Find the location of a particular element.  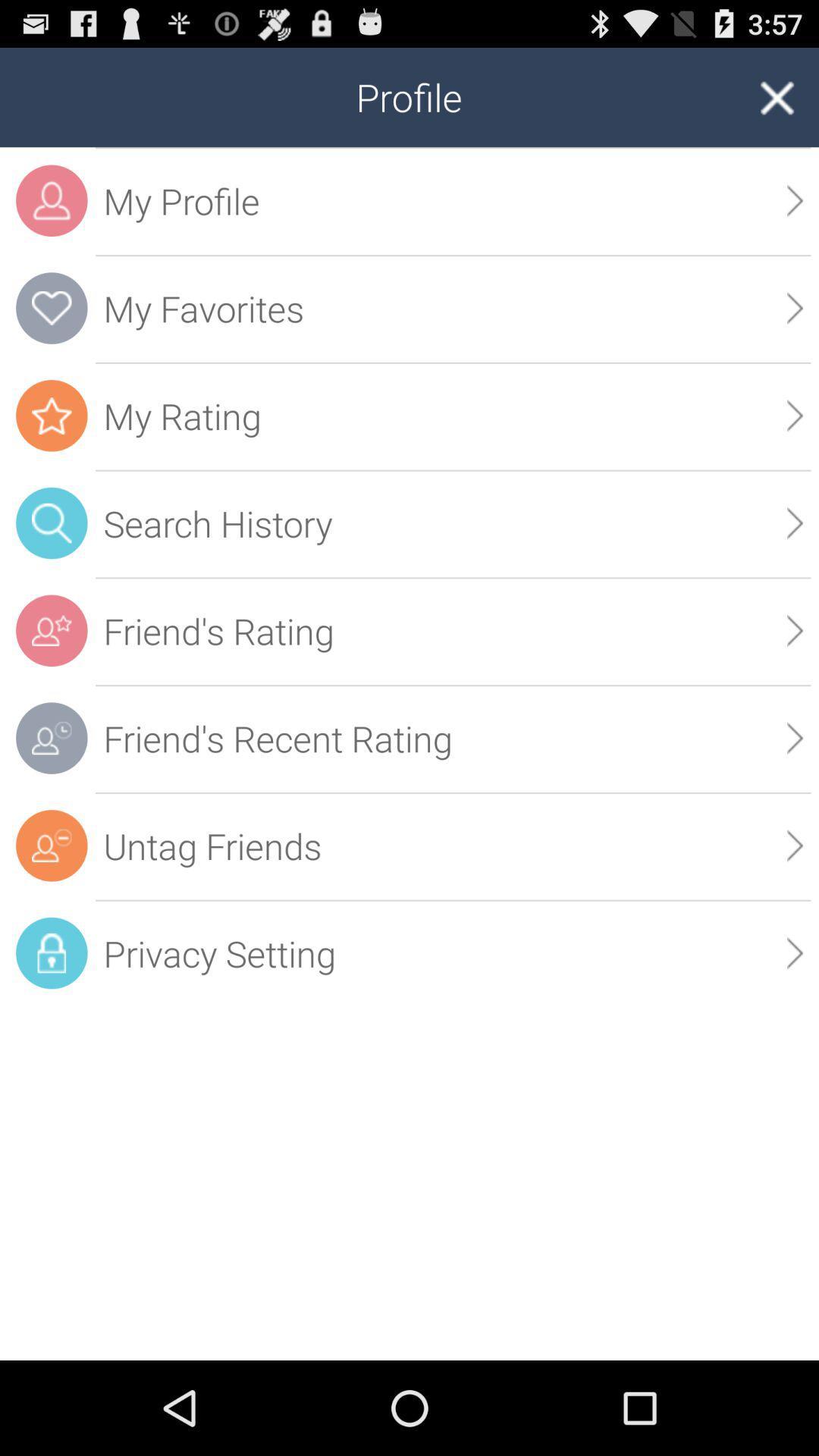

the icon below friend s recent app is located at coordinates (794, 845).